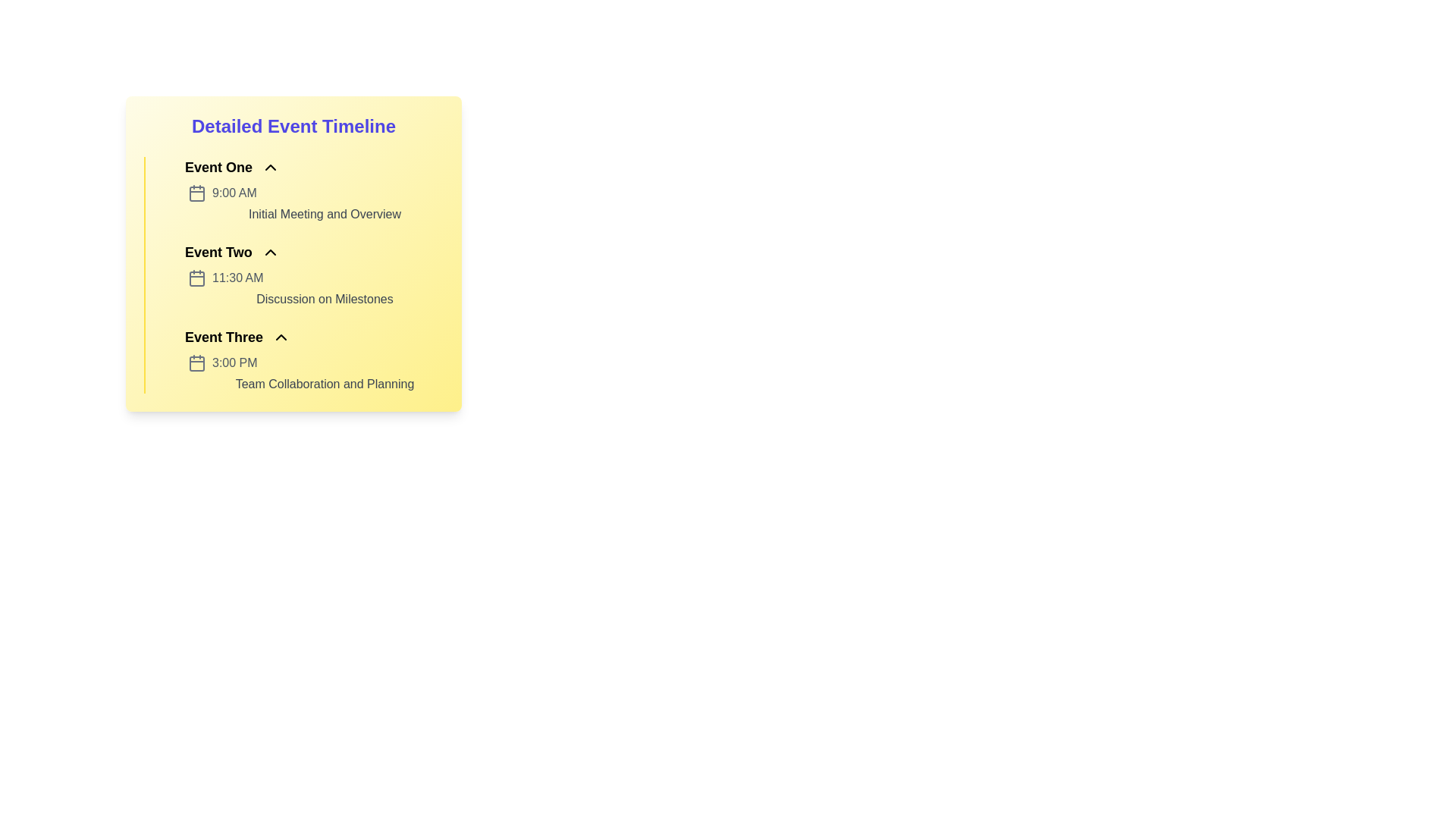 This screenshot has height=819, width=1456. Describe the element at coordinates (324, 383) in the screenshot. I see `the static text label that provides descriptive information about 'Event Three' in the 'Detailed Event Timeline' interface, which is located below the timestamp '3:00 PM'` at that location.